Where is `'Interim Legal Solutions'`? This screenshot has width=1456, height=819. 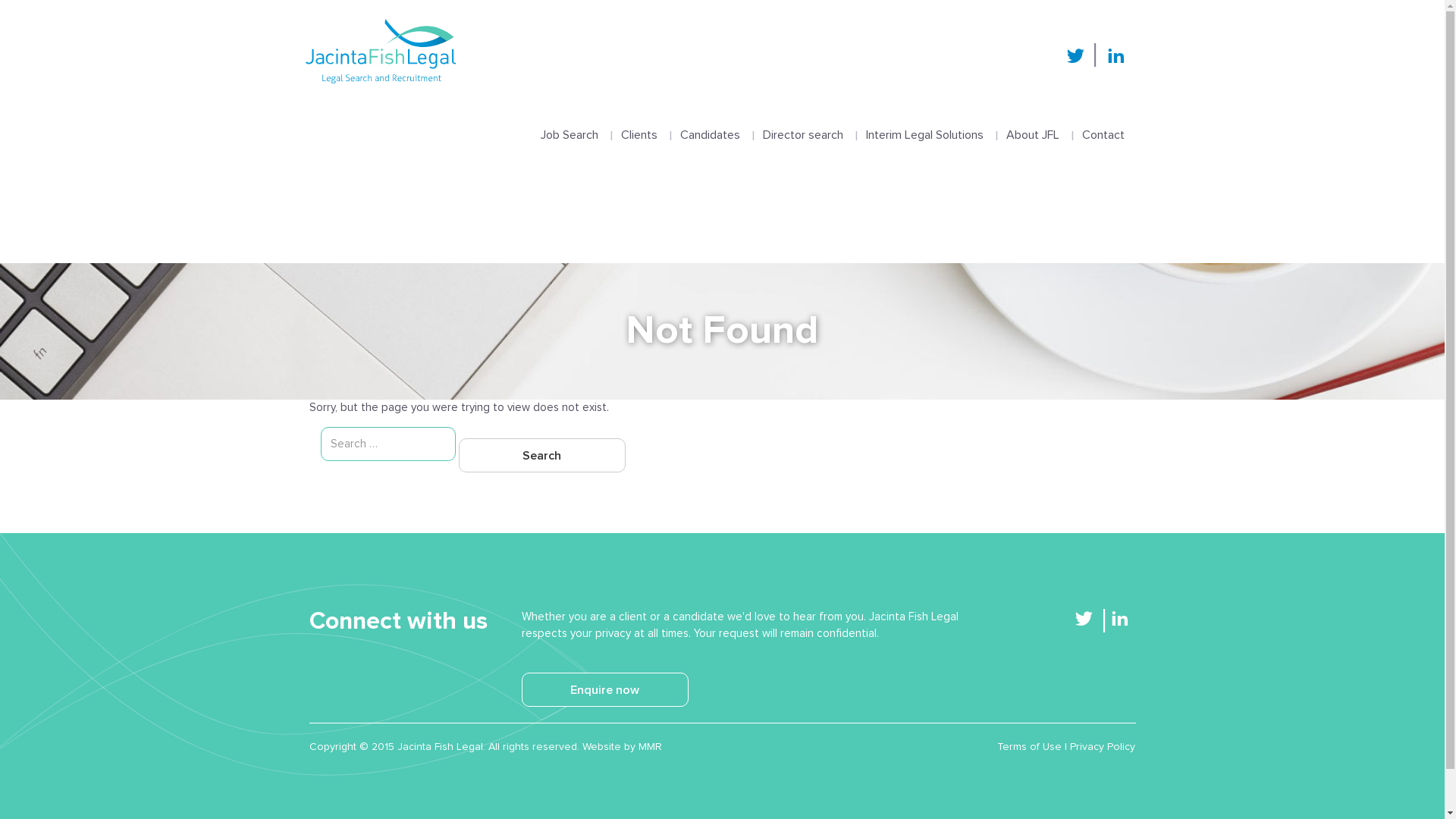
'Interim Legal Solutions' is located at coordinates (923, 119).